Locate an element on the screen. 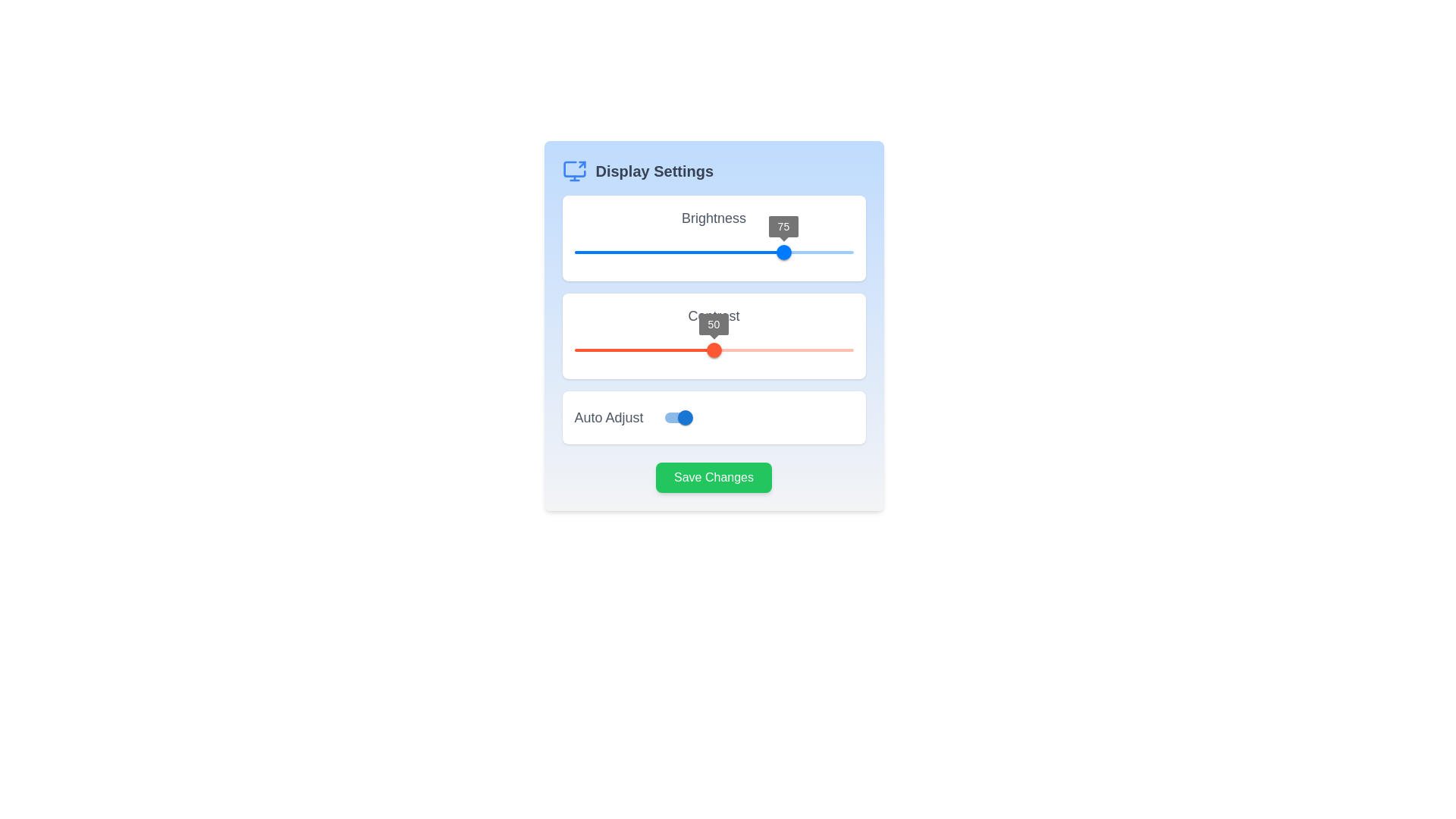  contrast is located at coordinates (744, 350).